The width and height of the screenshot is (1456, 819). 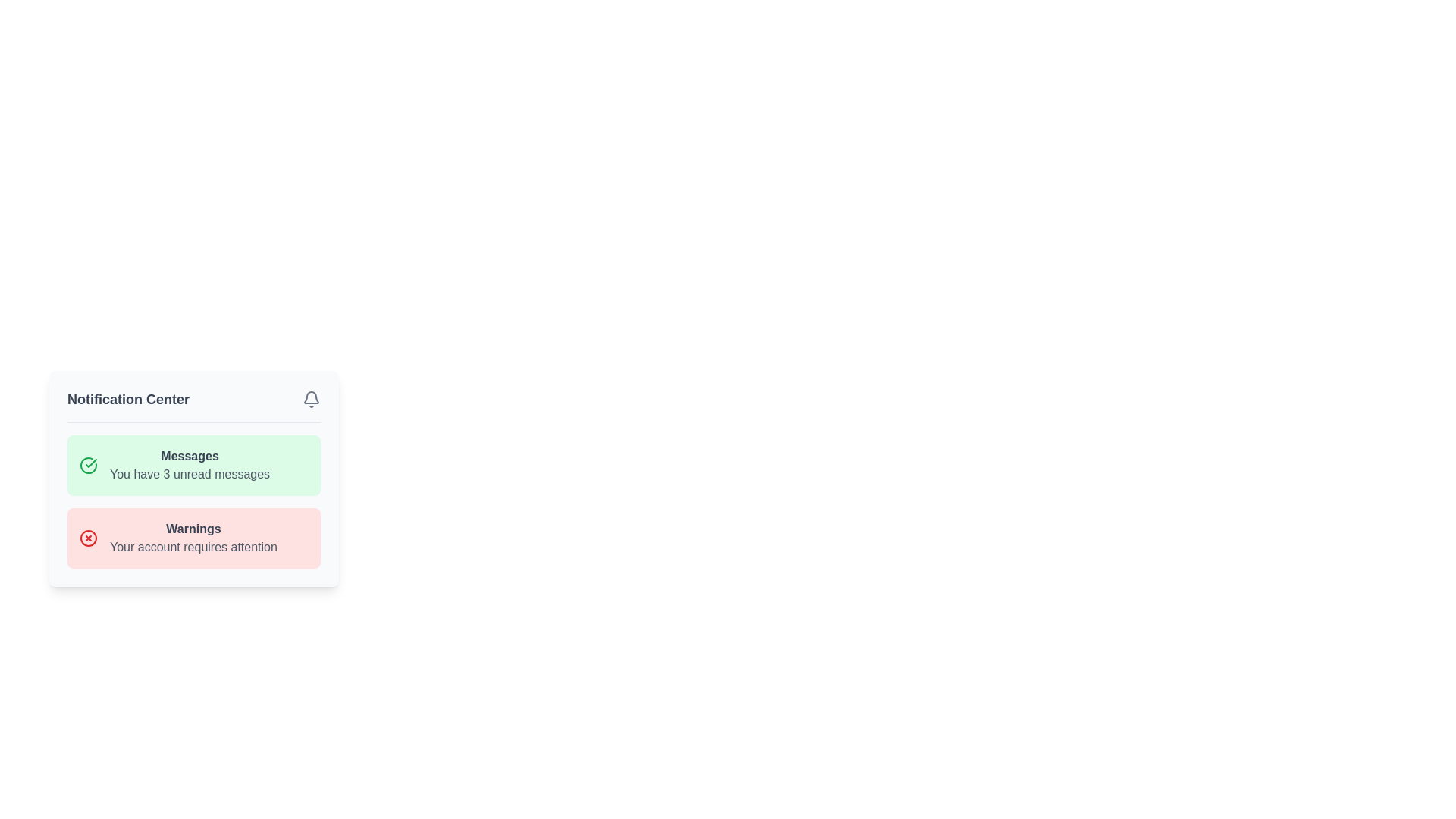 What do you see at coordinates (193, 547) in the screenshot?
I see `the static text message 'Your account requires attention' located in the warning section of the notification panel` at bounding box center [193, 547].